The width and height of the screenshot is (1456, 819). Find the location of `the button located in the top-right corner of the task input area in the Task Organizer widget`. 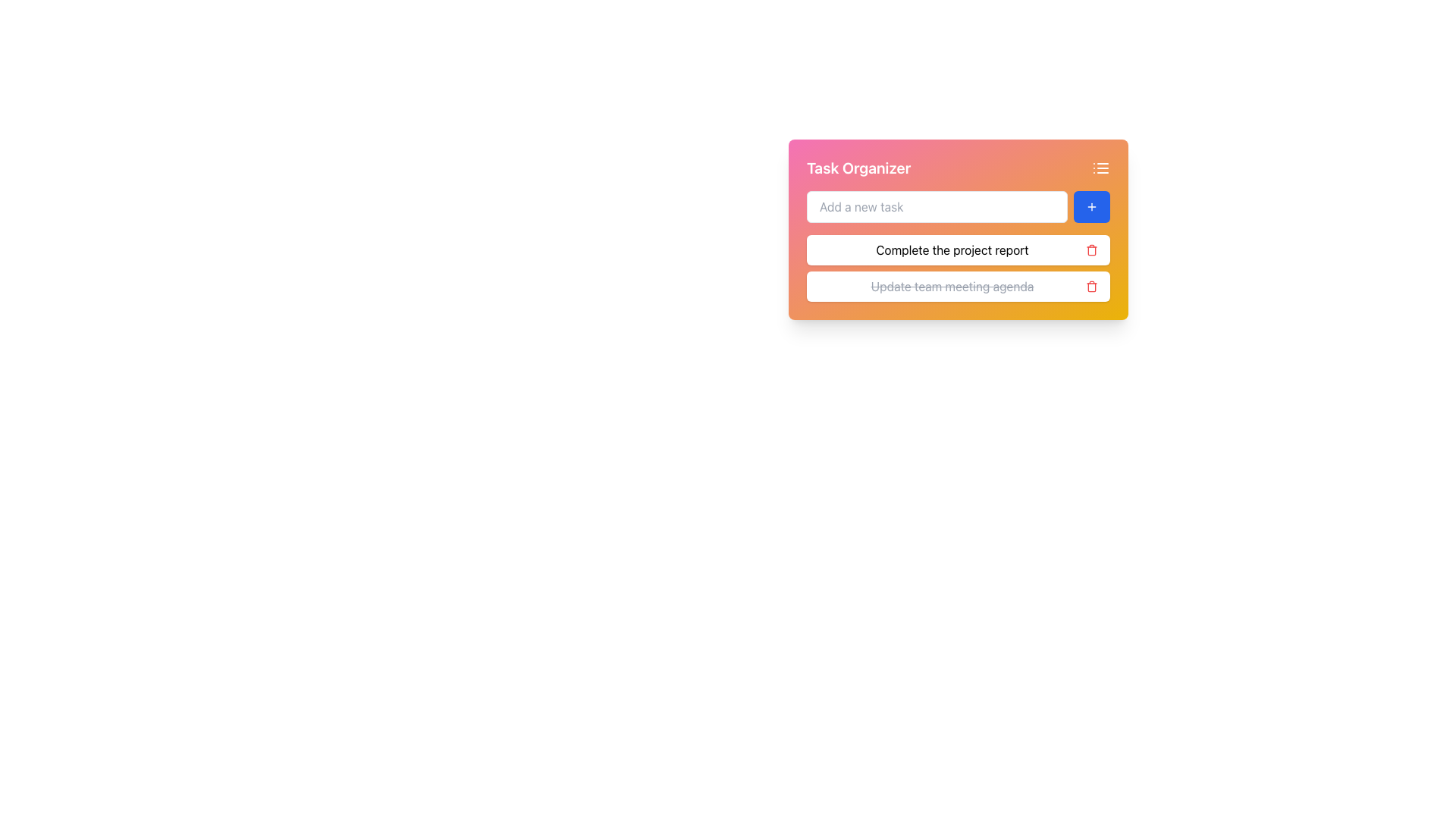

the button located in the top-right corner of the task input area in the Task Organizer widget is located at coordinates (1092, 207).